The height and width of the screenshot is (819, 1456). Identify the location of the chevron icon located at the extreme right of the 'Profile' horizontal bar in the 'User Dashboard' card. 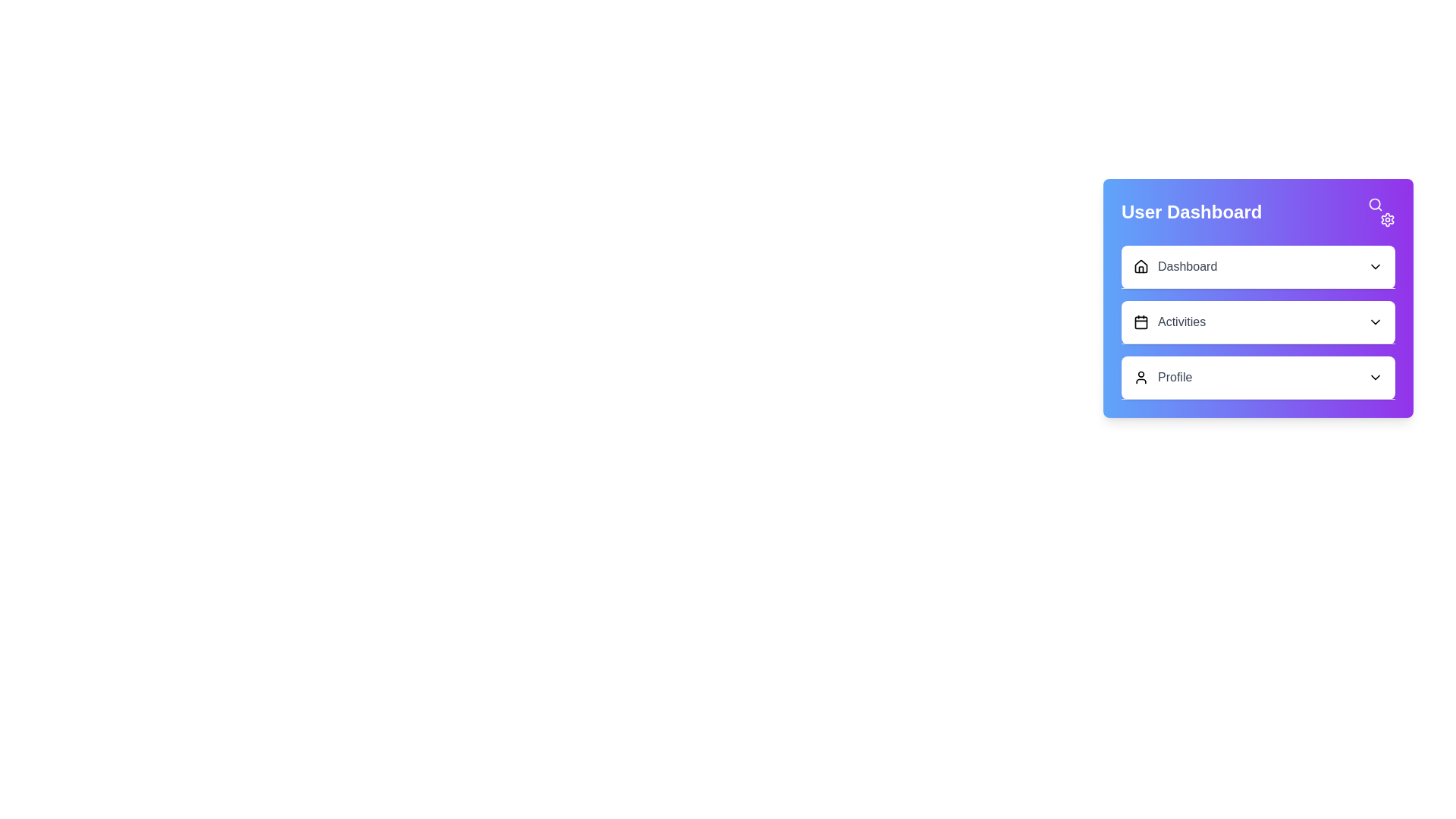
(1376, 376).